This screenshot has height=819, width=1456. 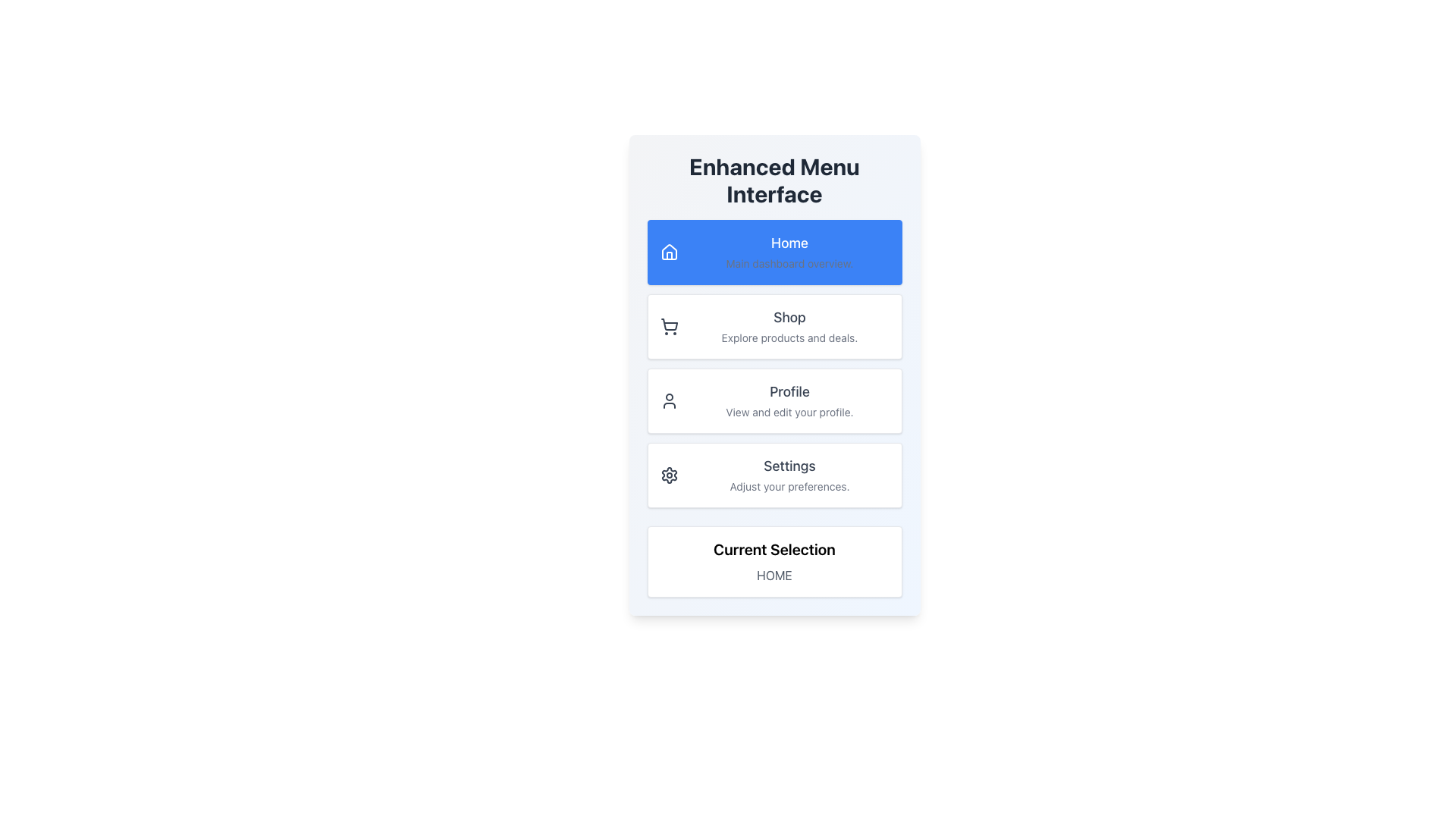 I want to click on text content of the 'HOME' text component displayed in dark gray below the 'Current Selection' title, so click(x=774, y=576).